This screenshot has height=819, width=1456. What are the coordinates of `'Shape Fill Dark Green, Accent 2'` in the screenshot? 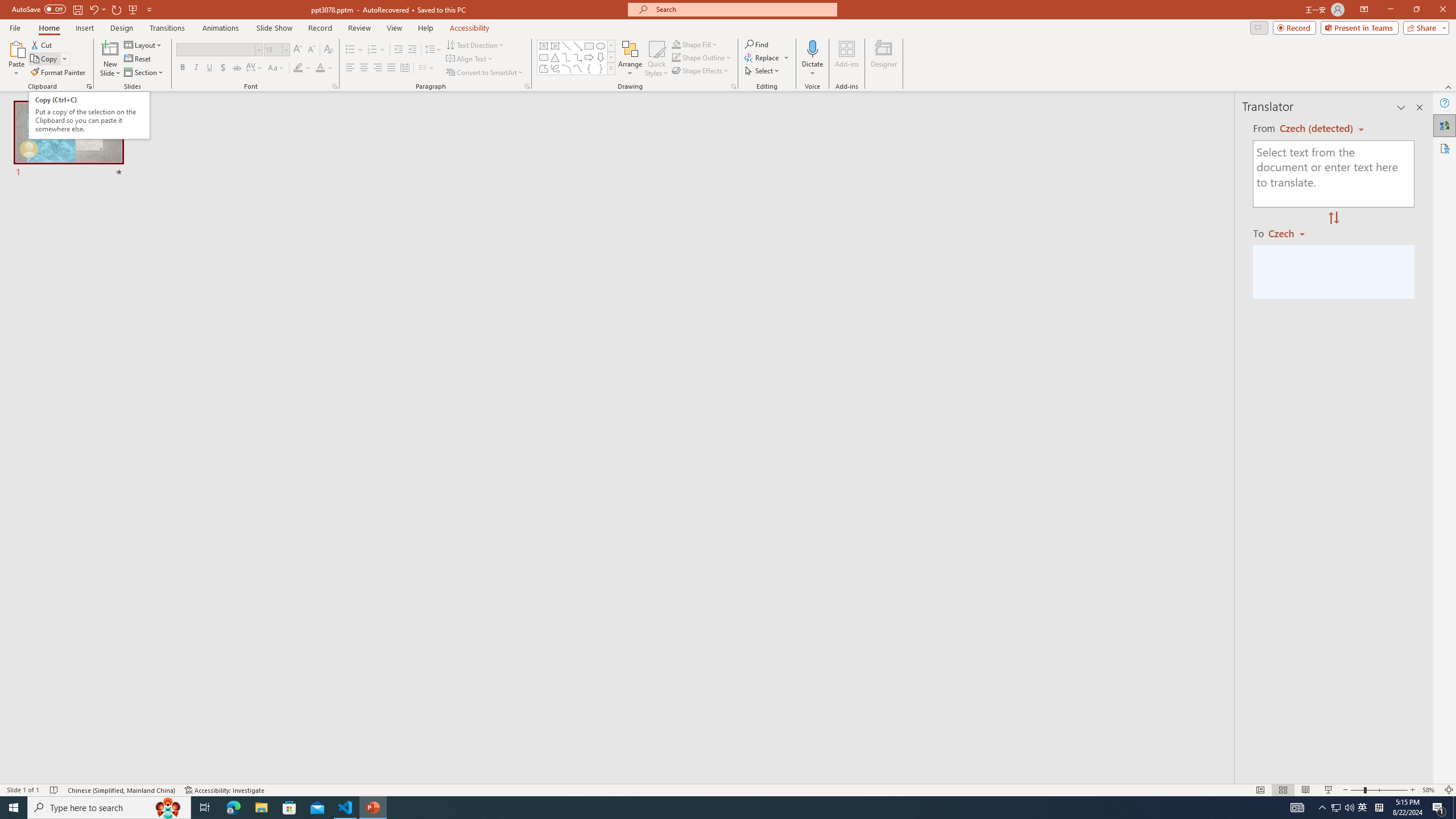 It's located at (676, 44).